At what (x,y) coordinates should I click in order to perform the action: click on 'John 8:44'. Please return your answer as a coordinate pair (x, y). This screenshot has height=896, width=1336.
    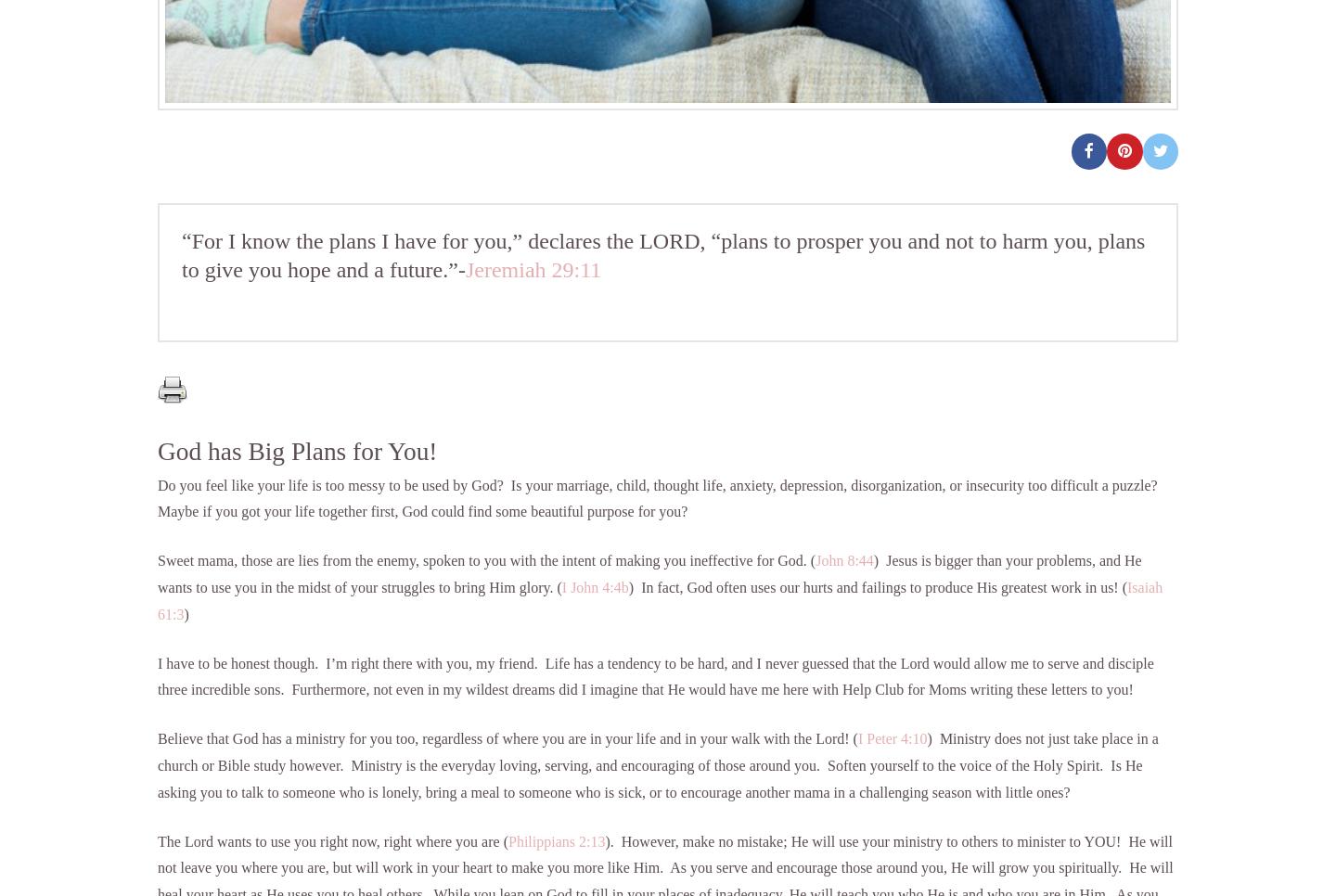
    Looking at the image, I should click on (814, 560).